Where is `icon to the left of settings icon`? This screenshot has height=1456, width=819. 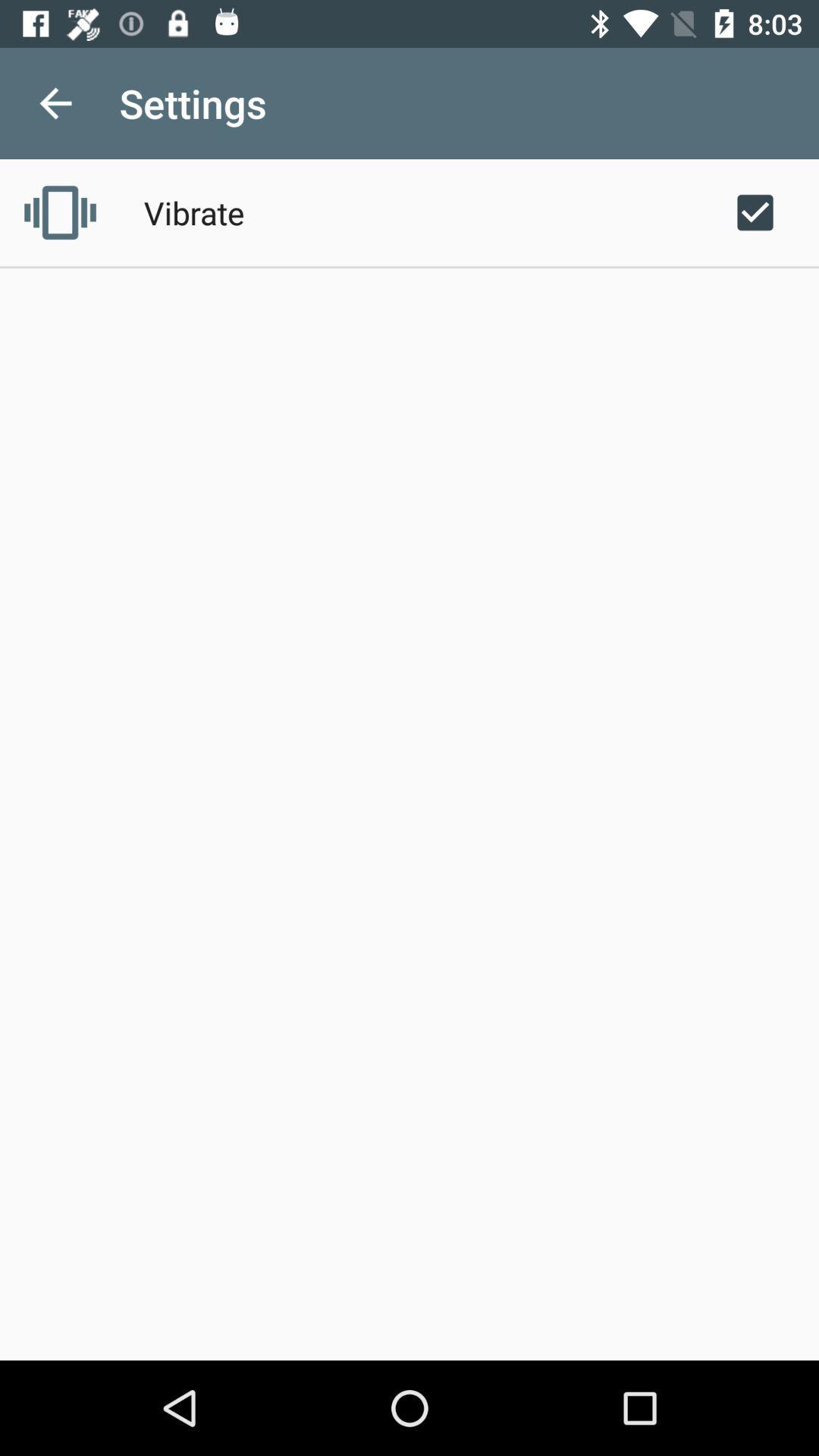
icon to the left of settings icon is located at coordinates (55, 102).